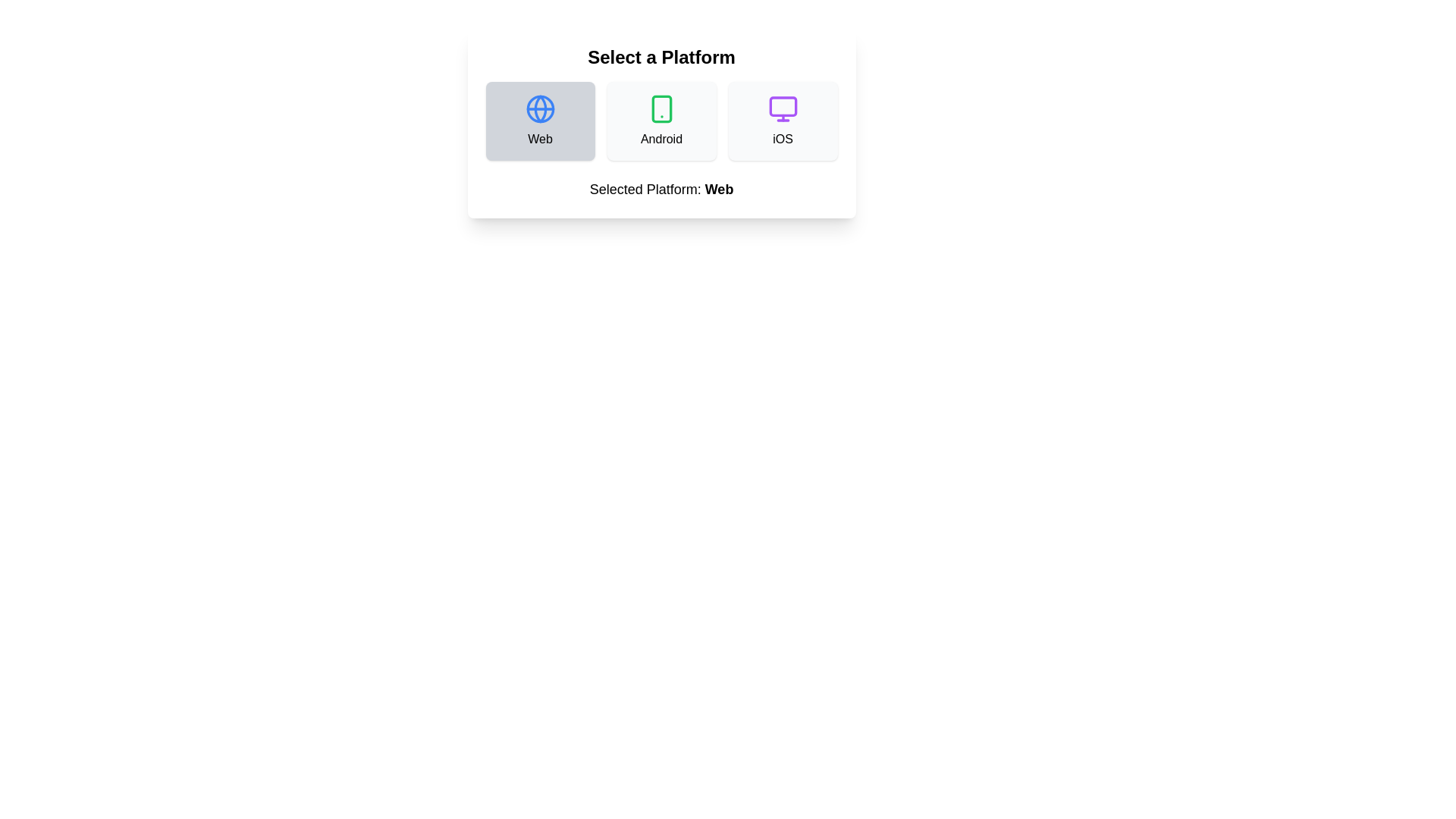 The height and width of the screenshot is (819, 1456). I want to click on the platform Web by clicking its corresponding button, so click(540, 120).